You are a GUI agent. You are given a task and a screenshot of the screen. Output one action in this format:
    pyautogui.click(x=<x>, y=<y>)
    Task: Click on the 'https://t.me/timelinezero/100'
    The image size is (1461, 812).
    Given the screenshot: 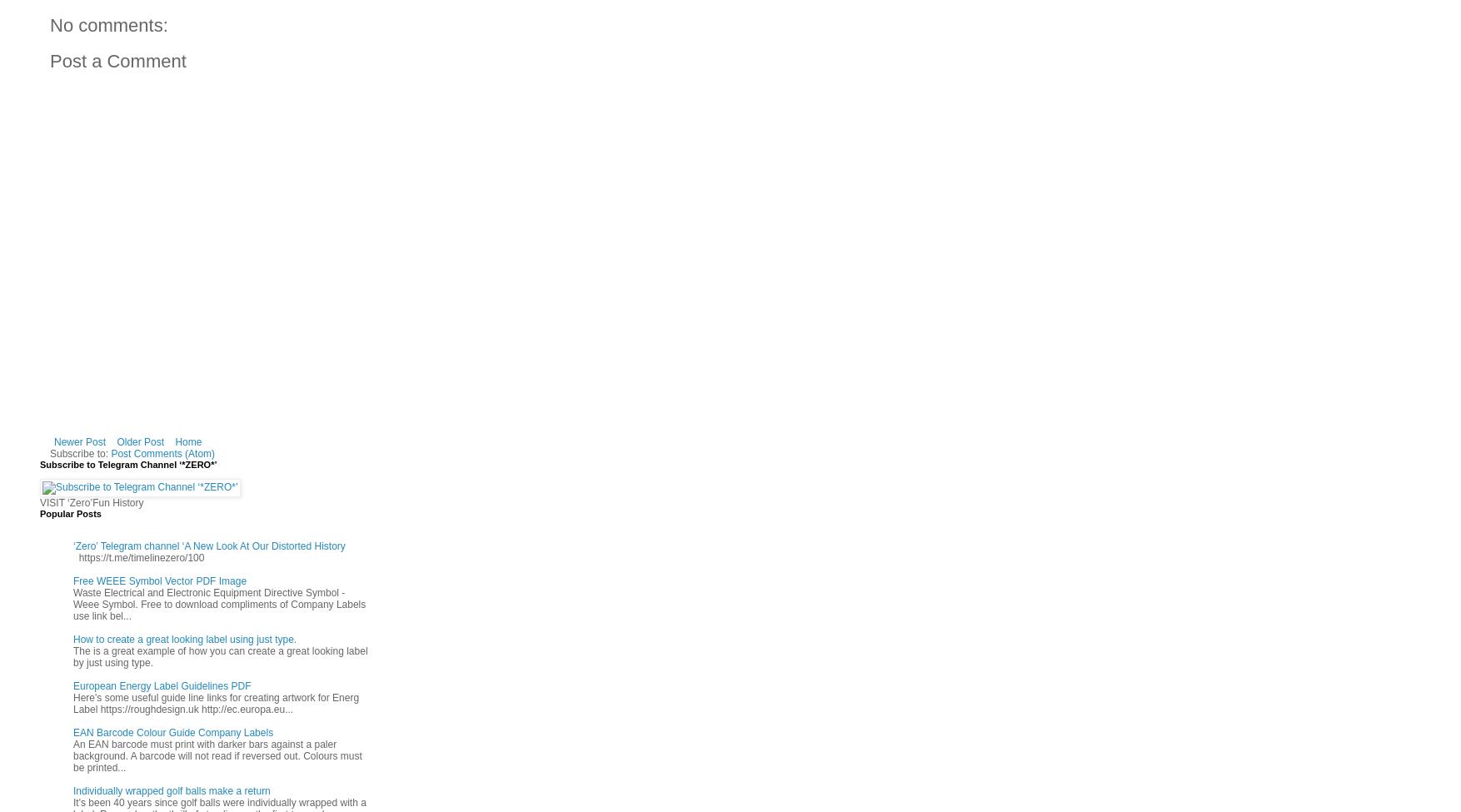 What is the action you would take?
    pyautogui.click(x=137, y=557)
    